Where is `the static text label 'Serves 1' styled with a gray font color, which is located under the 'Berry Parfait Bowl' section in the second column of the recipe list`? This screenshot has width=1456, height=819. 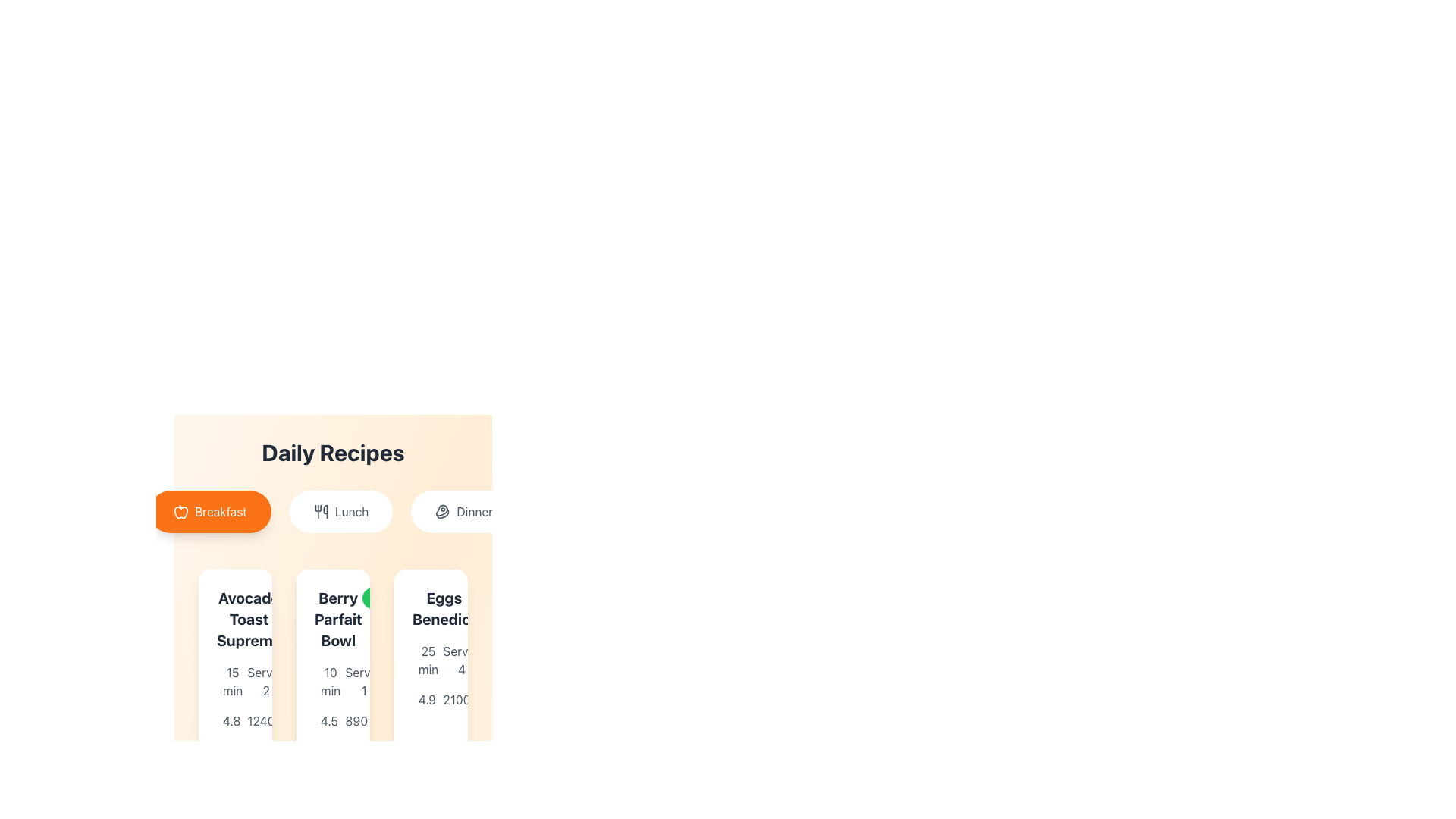
the static text label 'Serves 1' styled with a gray font color, which is located under the 'Berry Parfait Bowl' section in the second column of the recipe list is located at coordinates (364, 680).